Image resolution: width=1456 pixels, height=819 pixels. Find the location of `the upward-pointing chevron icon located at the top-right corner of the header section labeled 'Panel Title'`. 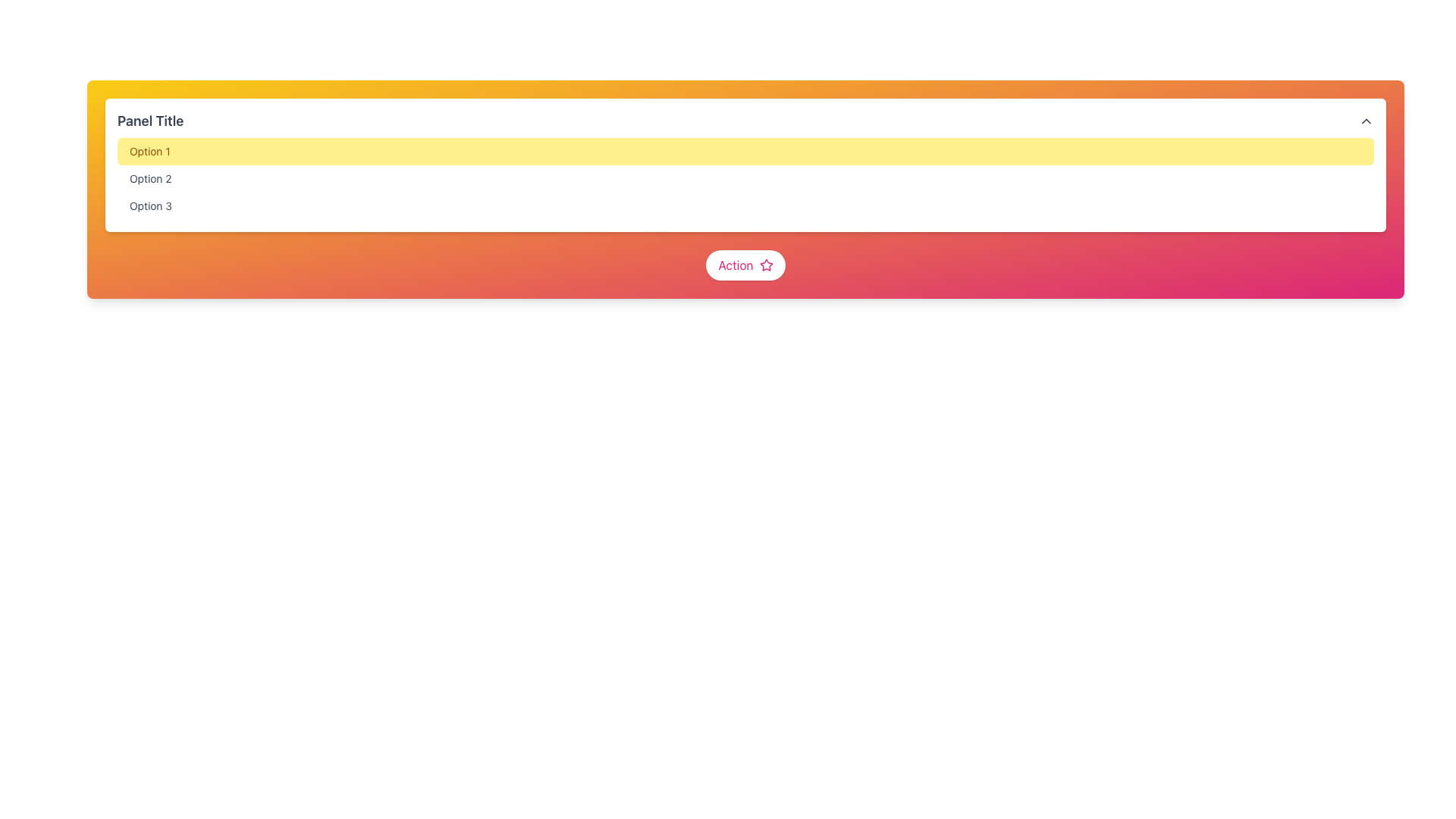

the upward-pointing chevron icon located at the top-right corner of the header section labeled 'Panel Title' is located at coordinates (1366, 120).